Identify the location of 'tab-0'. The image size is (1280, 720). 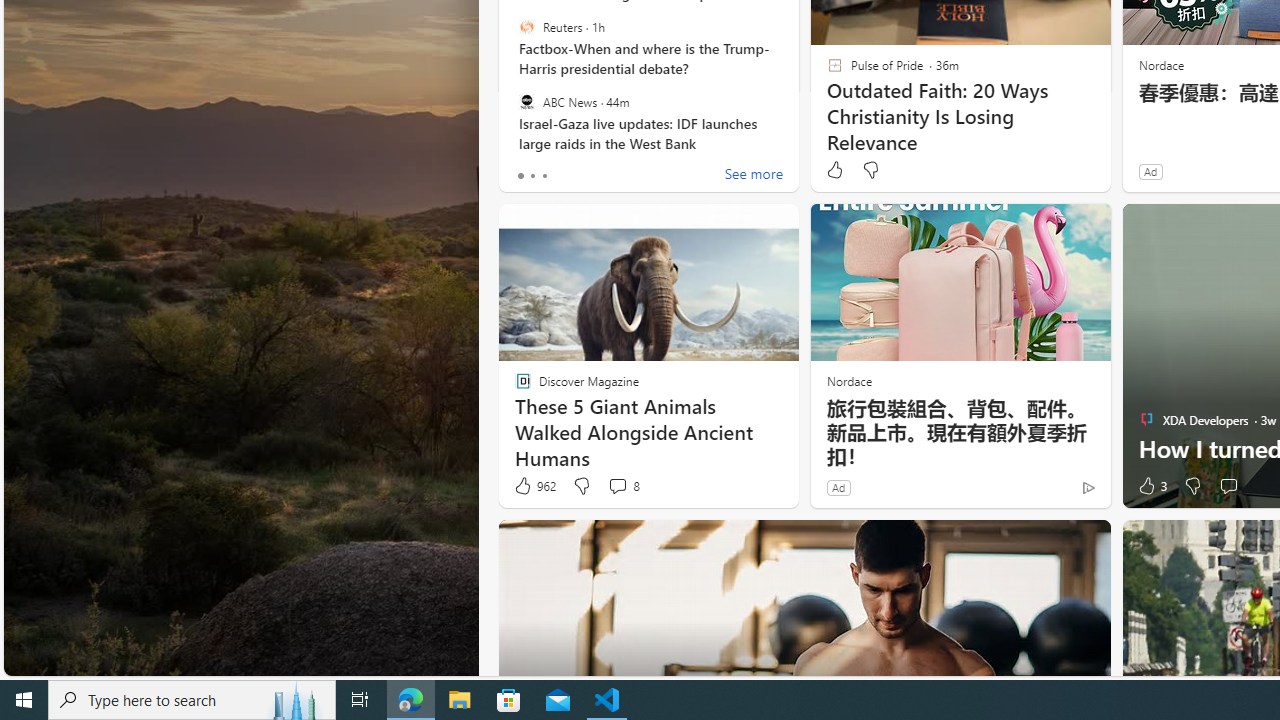
(520, 175).